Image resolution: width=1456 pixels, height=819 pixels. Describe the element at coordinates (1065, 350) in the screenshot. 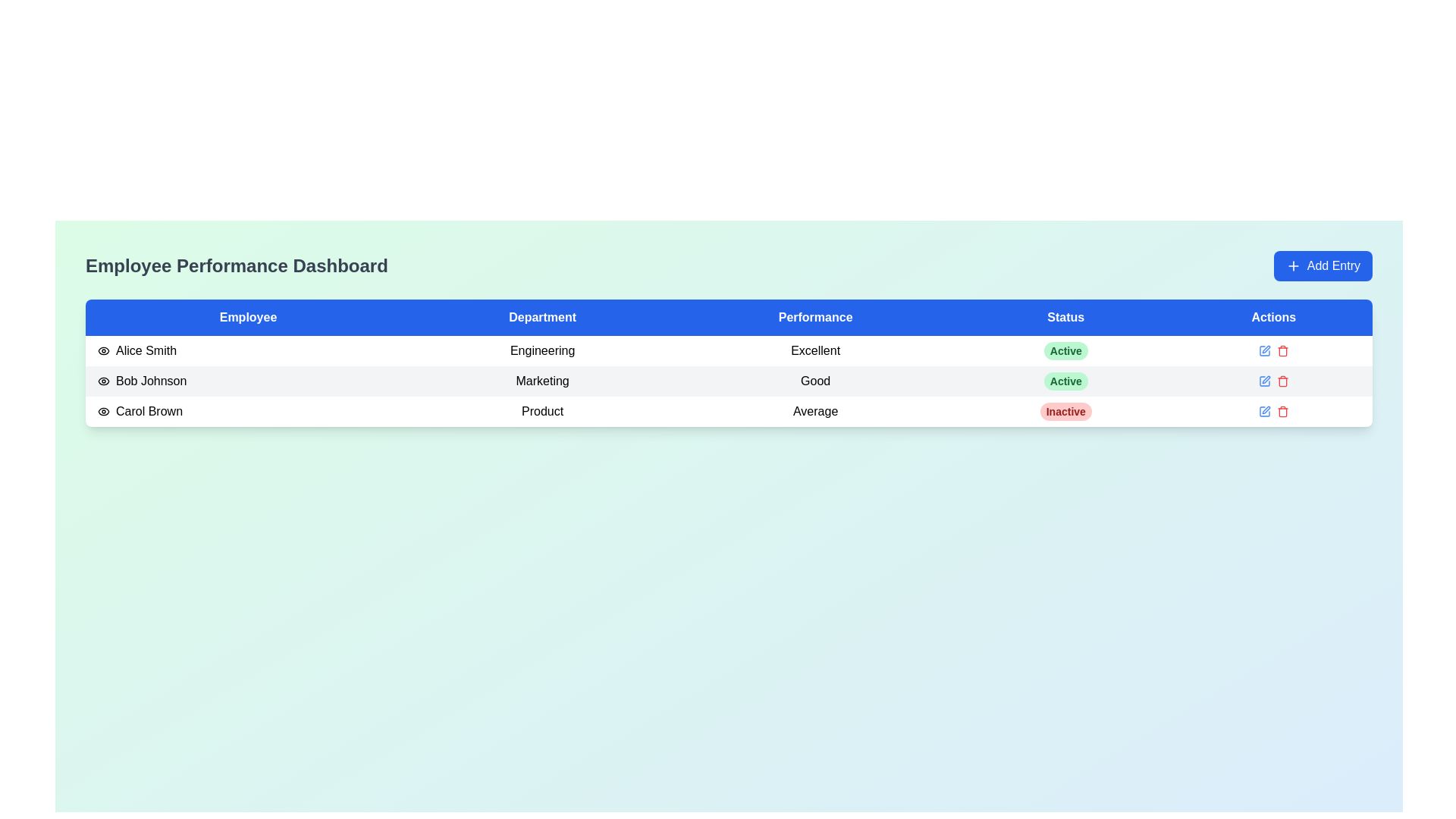

I see `the Status badge labeled 'Active' with a light green background, indicating Alice Smith's active status` at that location.